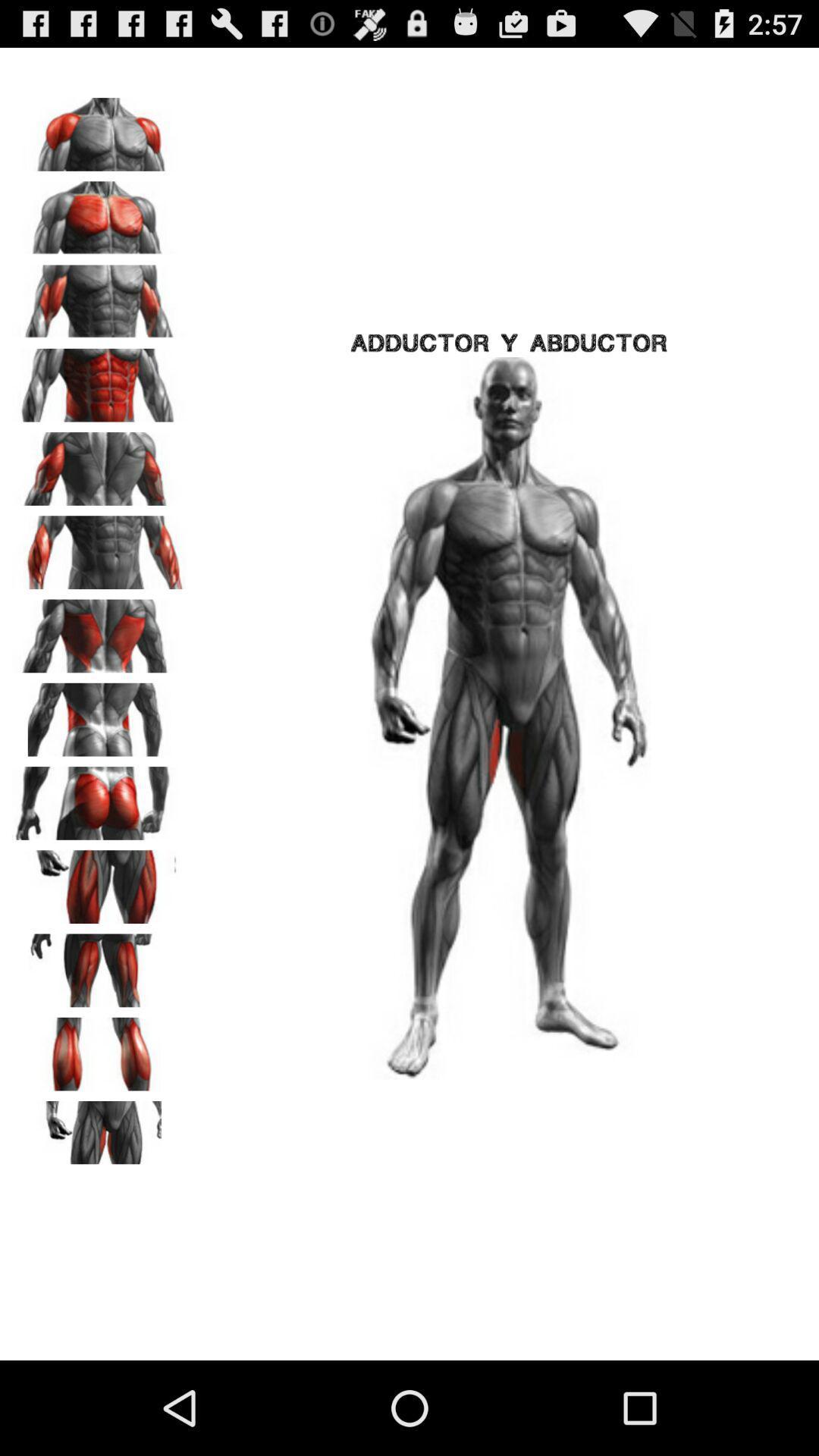 This screenshot has width=819, height=1456. What do you see at coordinates (99, 631) in the screenshot?
I see `zoom to body part` at bounding box center [99, 631].